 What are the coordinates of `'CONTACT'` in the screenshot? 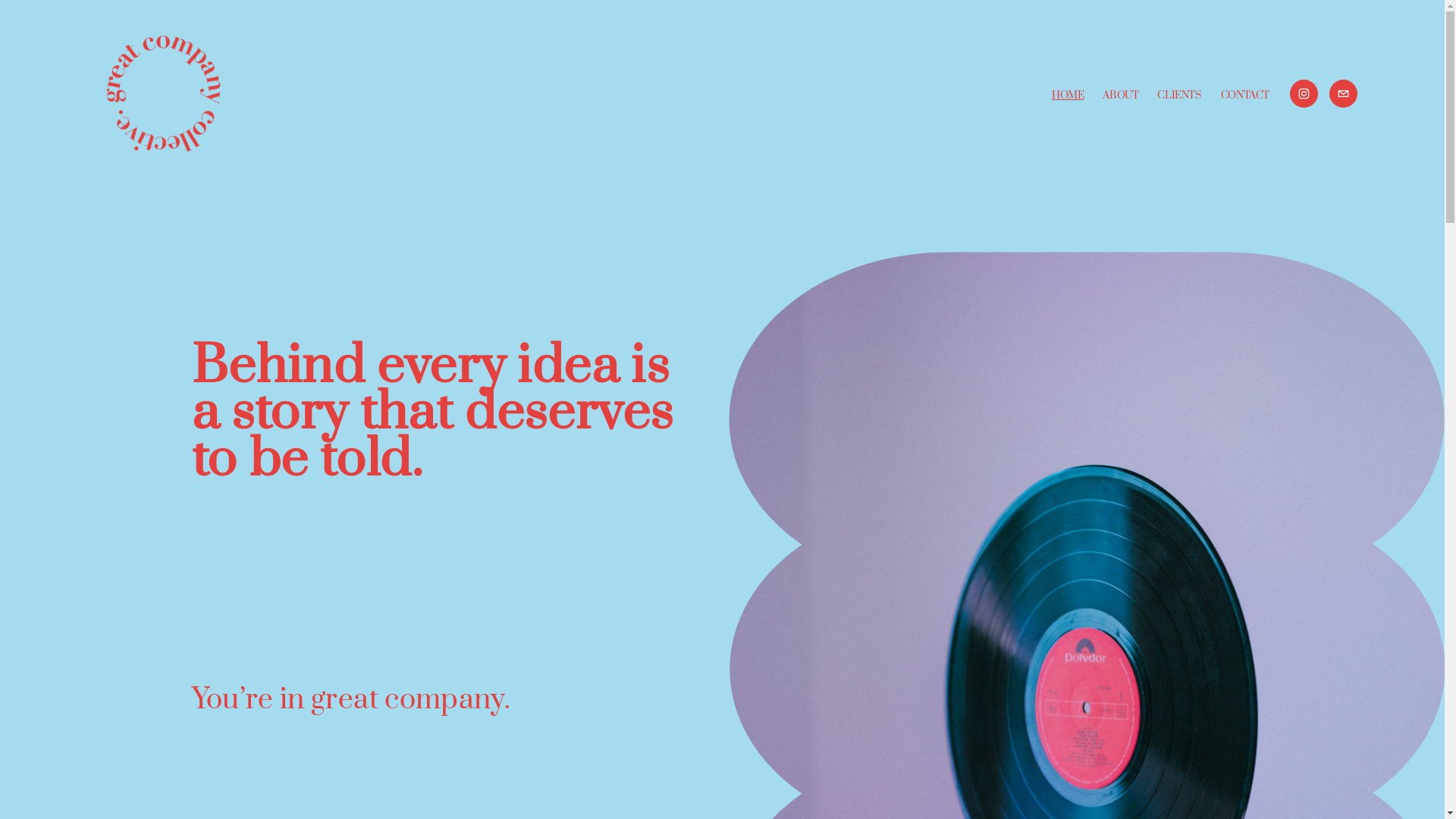 It's located at (1244, 96).